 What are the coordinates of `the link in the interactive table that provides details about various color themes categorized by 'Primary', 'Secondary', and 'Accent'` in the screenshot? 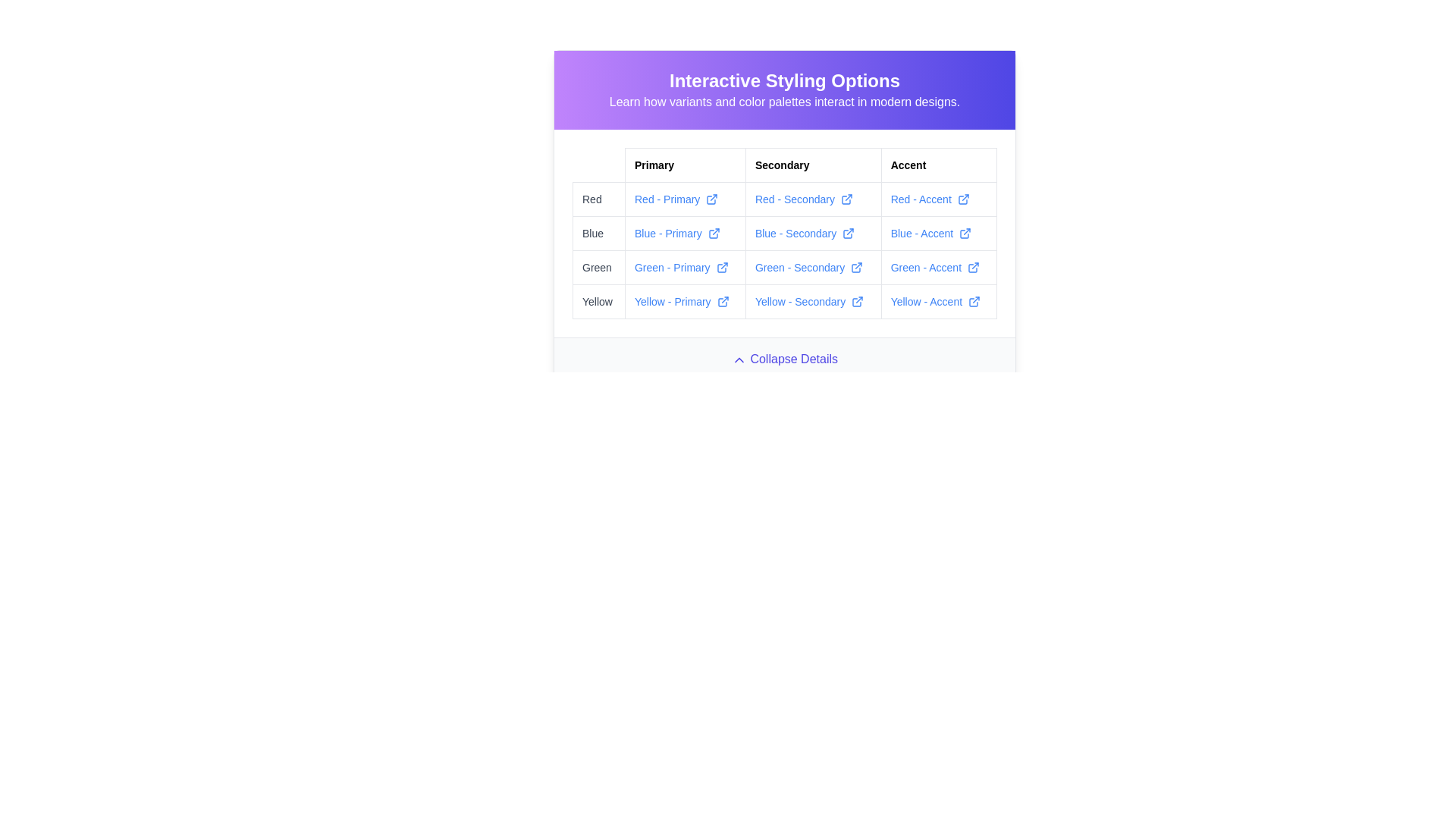 It's located at (785, 186).